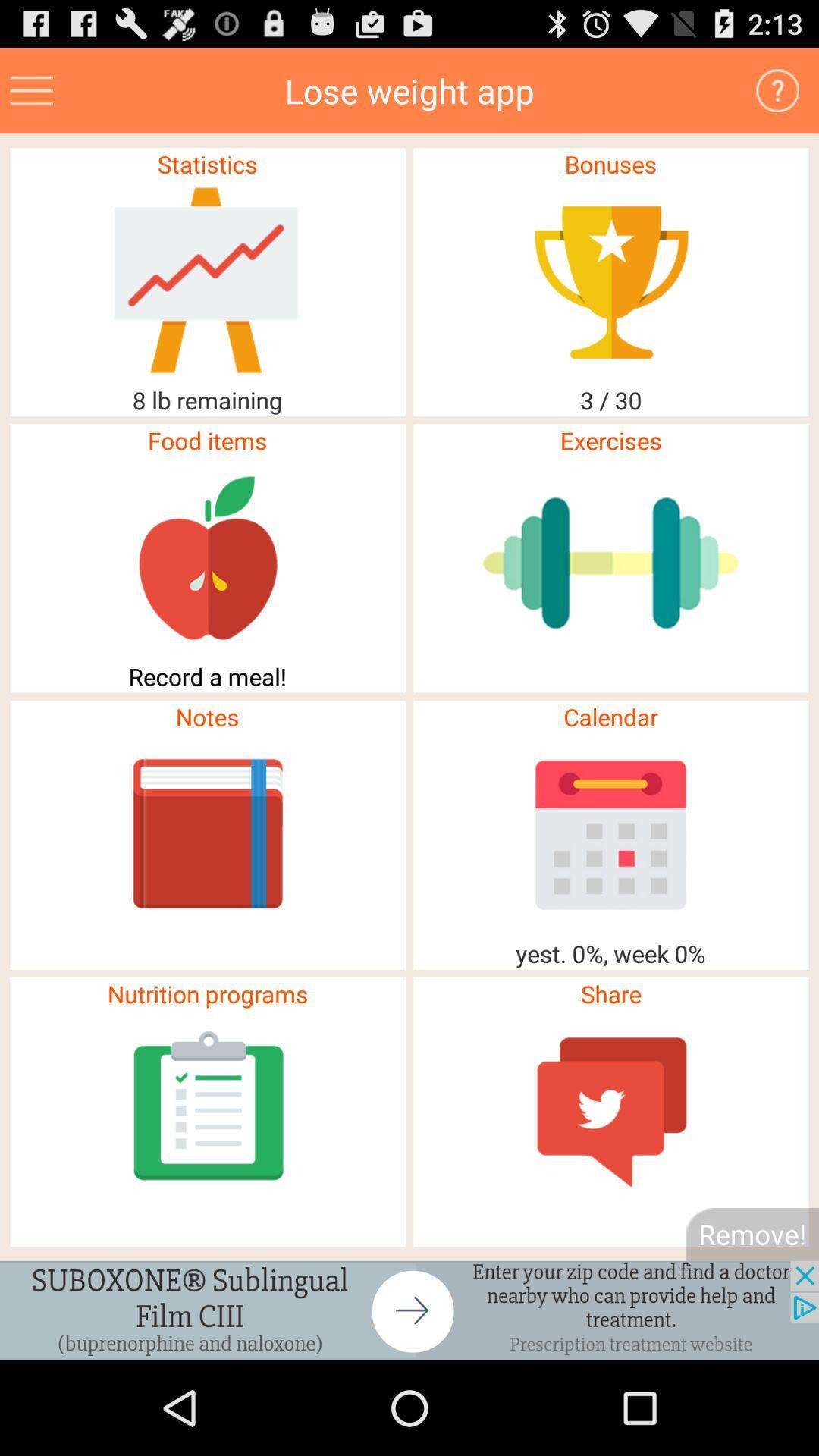 This screenshot has width=819, height=1456. Describe the element at coordinates (777, 89) in the screenshot. I see `button` at that location.